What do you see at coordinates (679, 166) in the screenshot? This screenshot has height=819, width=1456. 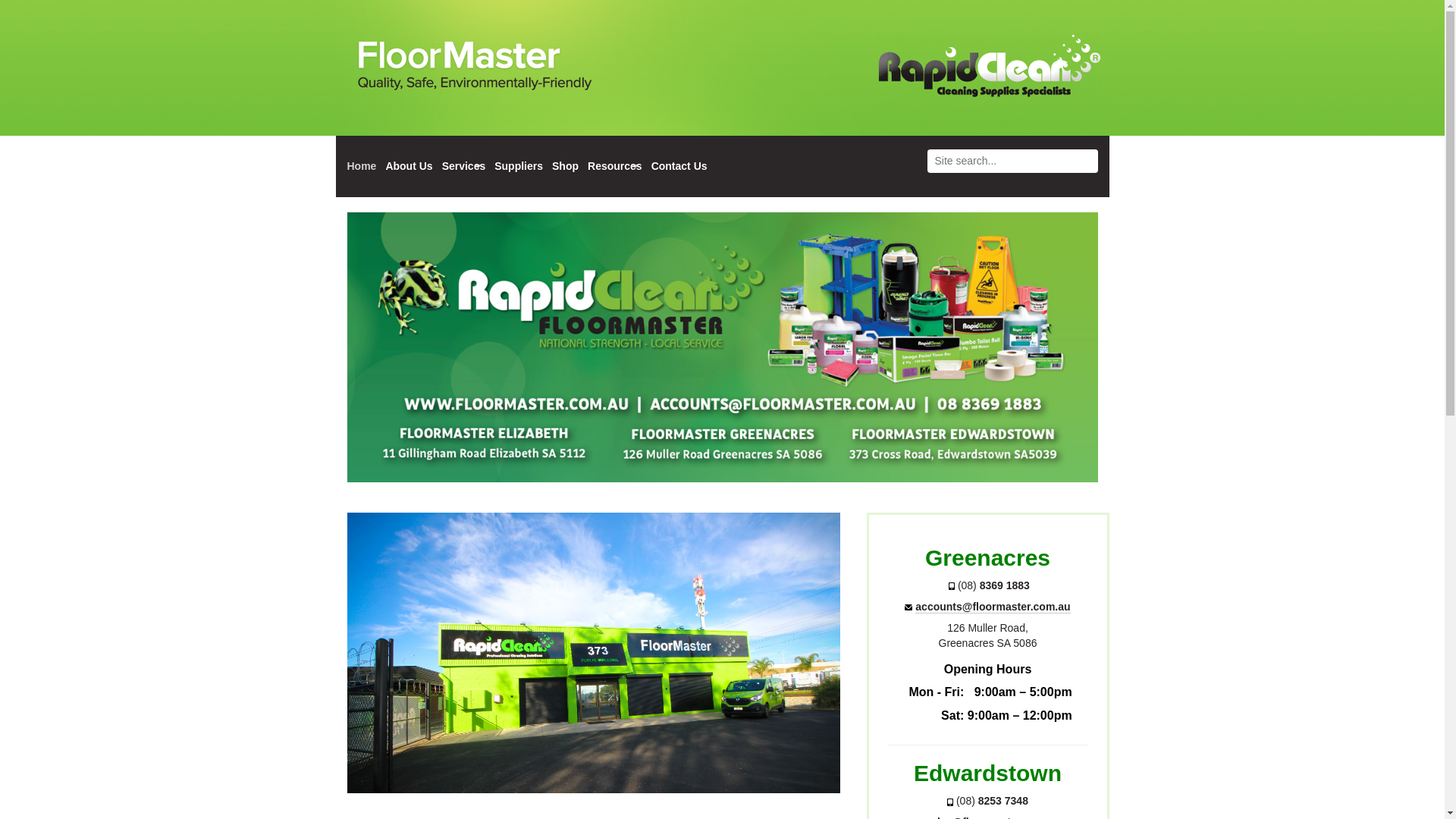 I see `'Contact Us'` at bounding box center [679, 166].